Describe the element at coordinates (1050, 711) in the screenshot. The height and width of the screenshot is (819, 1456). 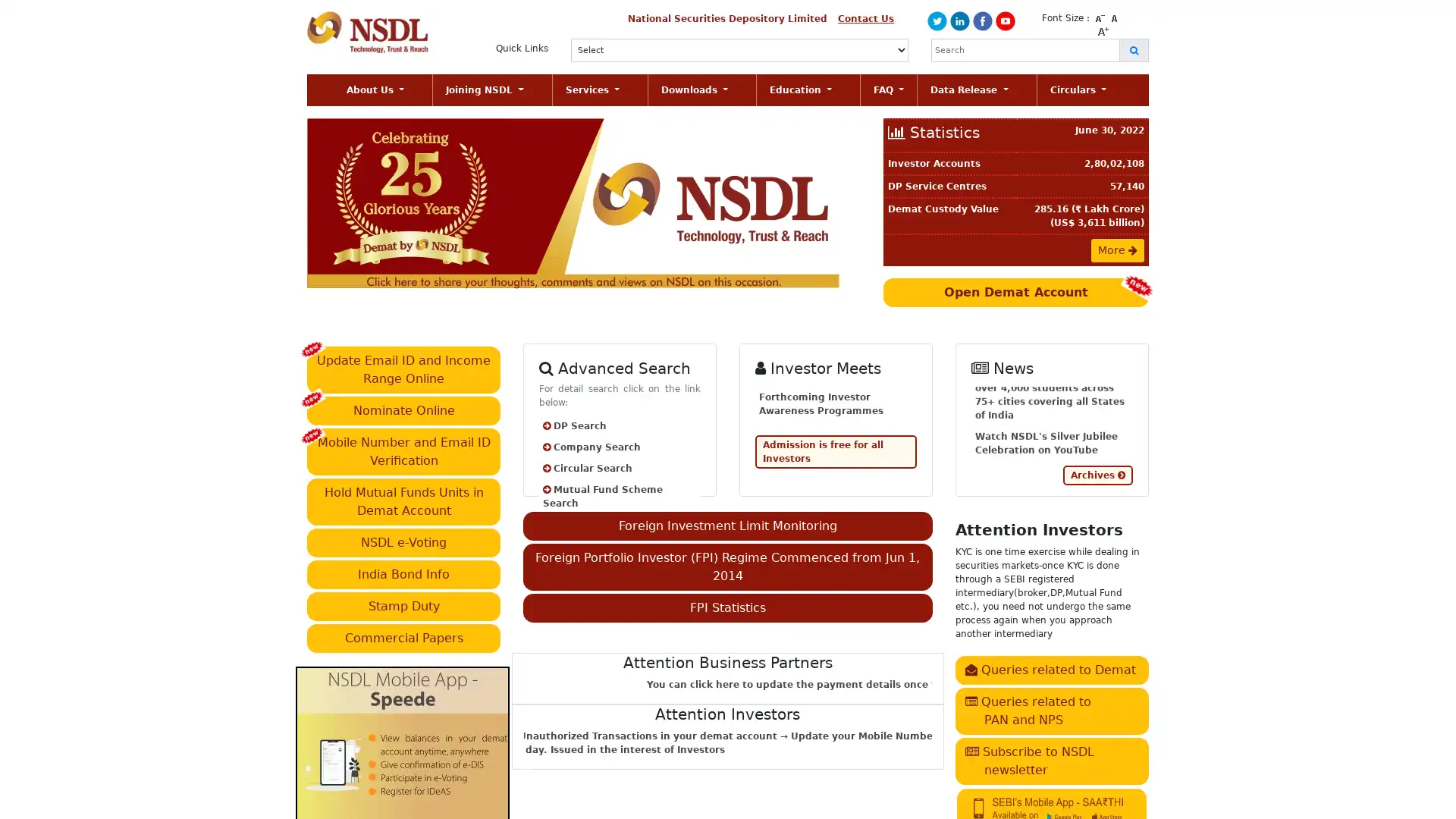
I see `Queries related to            PAN and NPS` at that location.